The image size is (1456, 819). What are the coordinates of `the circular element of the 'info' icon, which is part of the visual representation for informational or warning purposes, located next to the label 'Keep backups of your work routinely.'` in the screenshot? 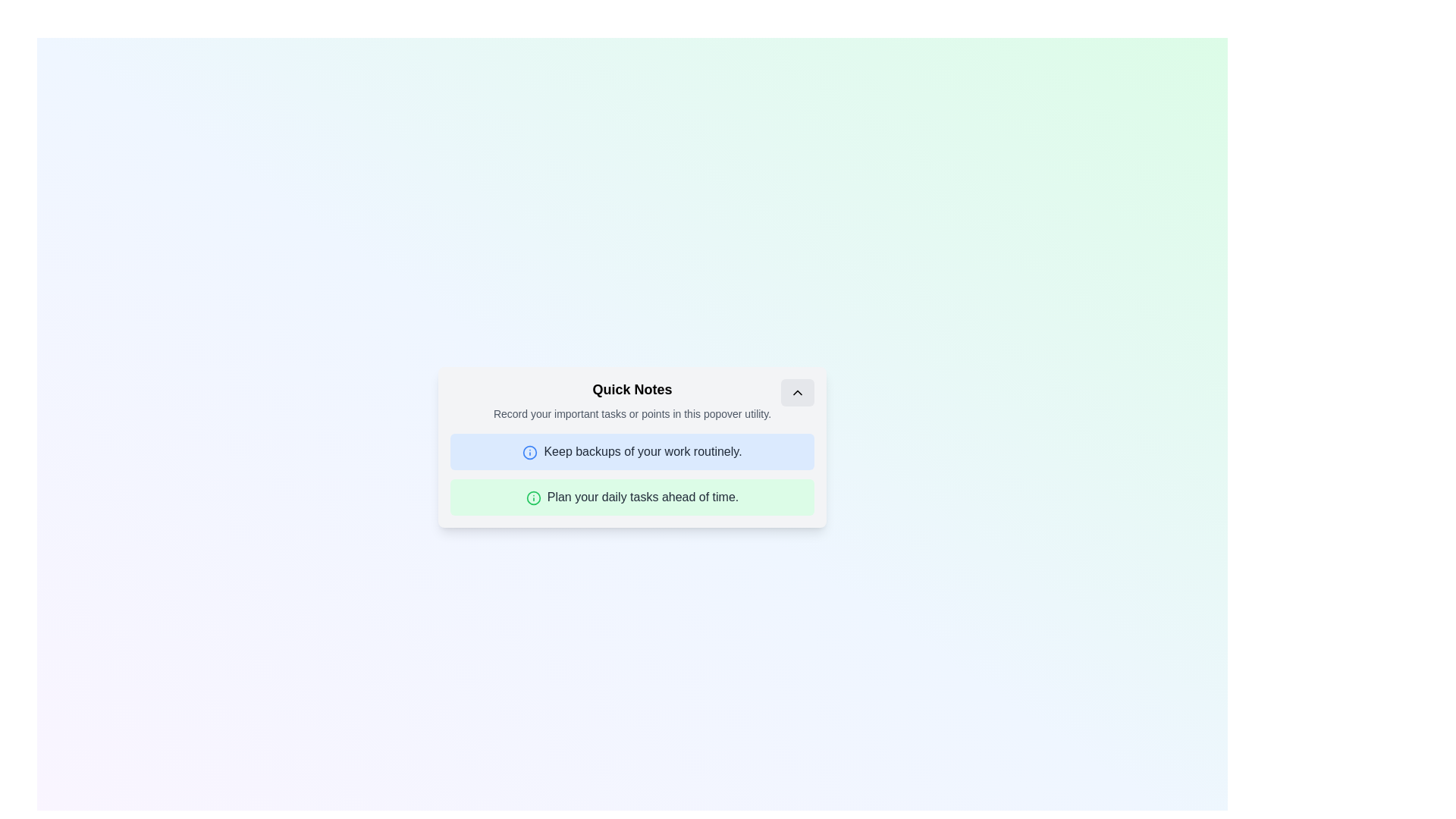 It's located at (530, 451).